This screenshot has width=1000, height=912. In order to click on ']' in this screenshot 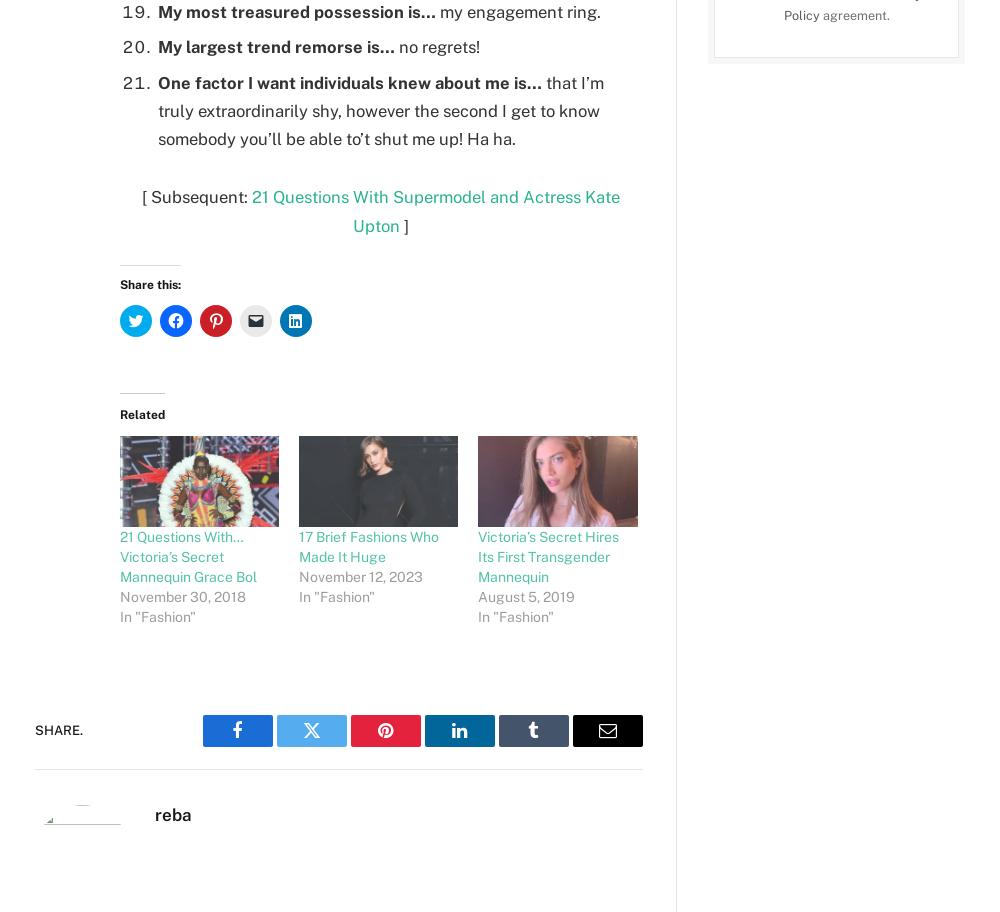, I will do `click(404, 223)`.